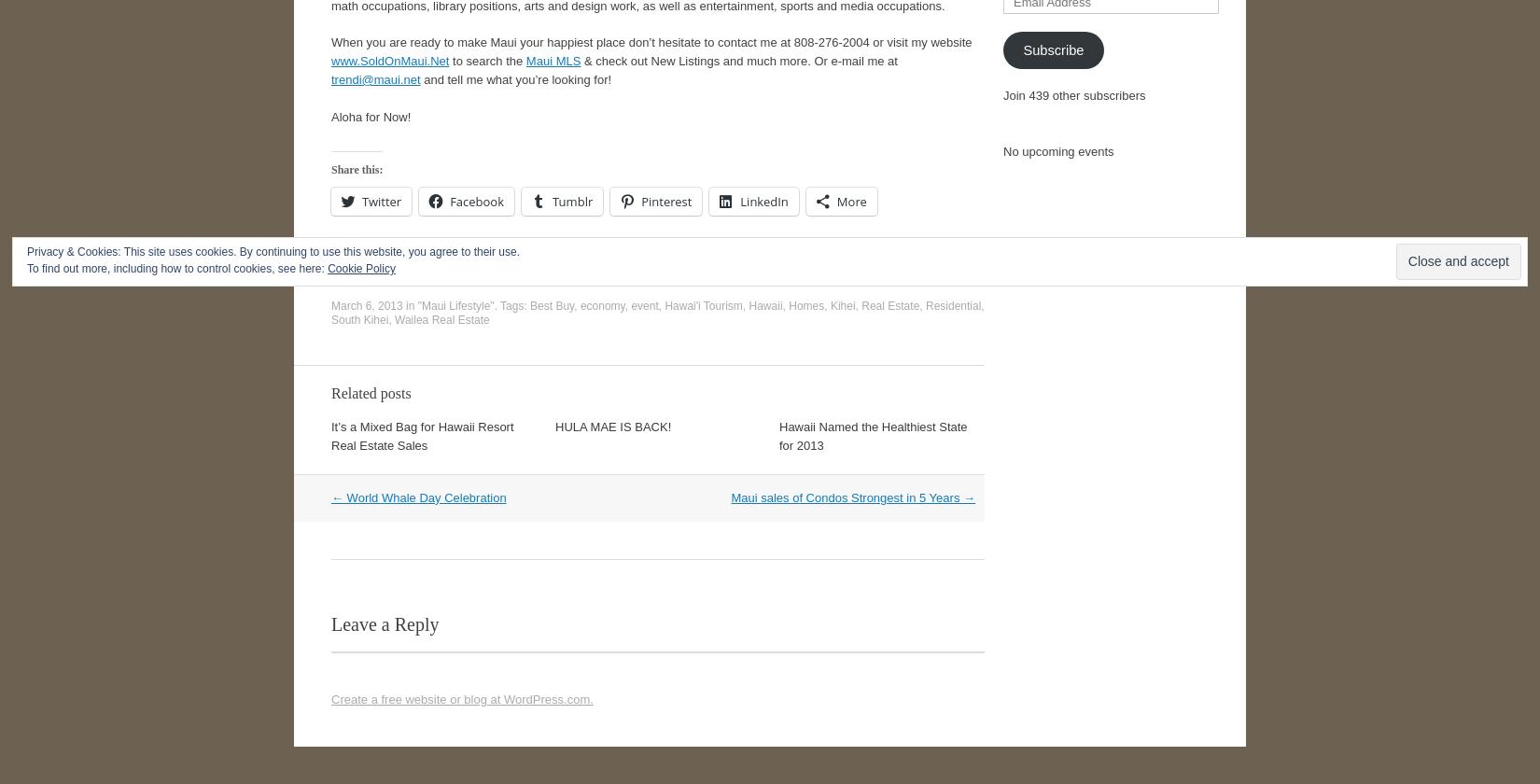 The image size is (1540, 784). I want to click on 'Homes', so click(805, 305).